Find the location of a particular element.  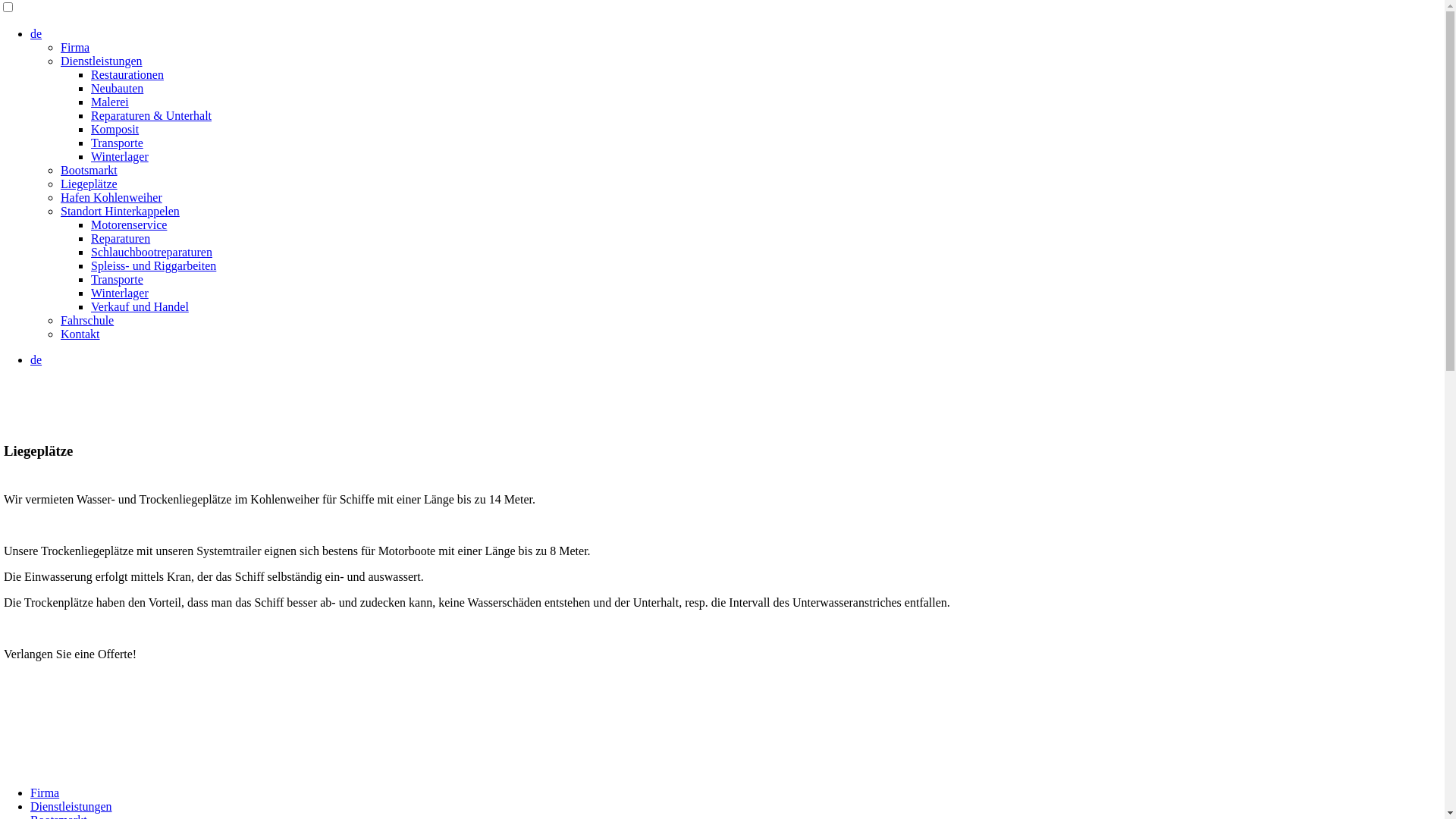

'Transporte' is located at coordinates (116, 279).